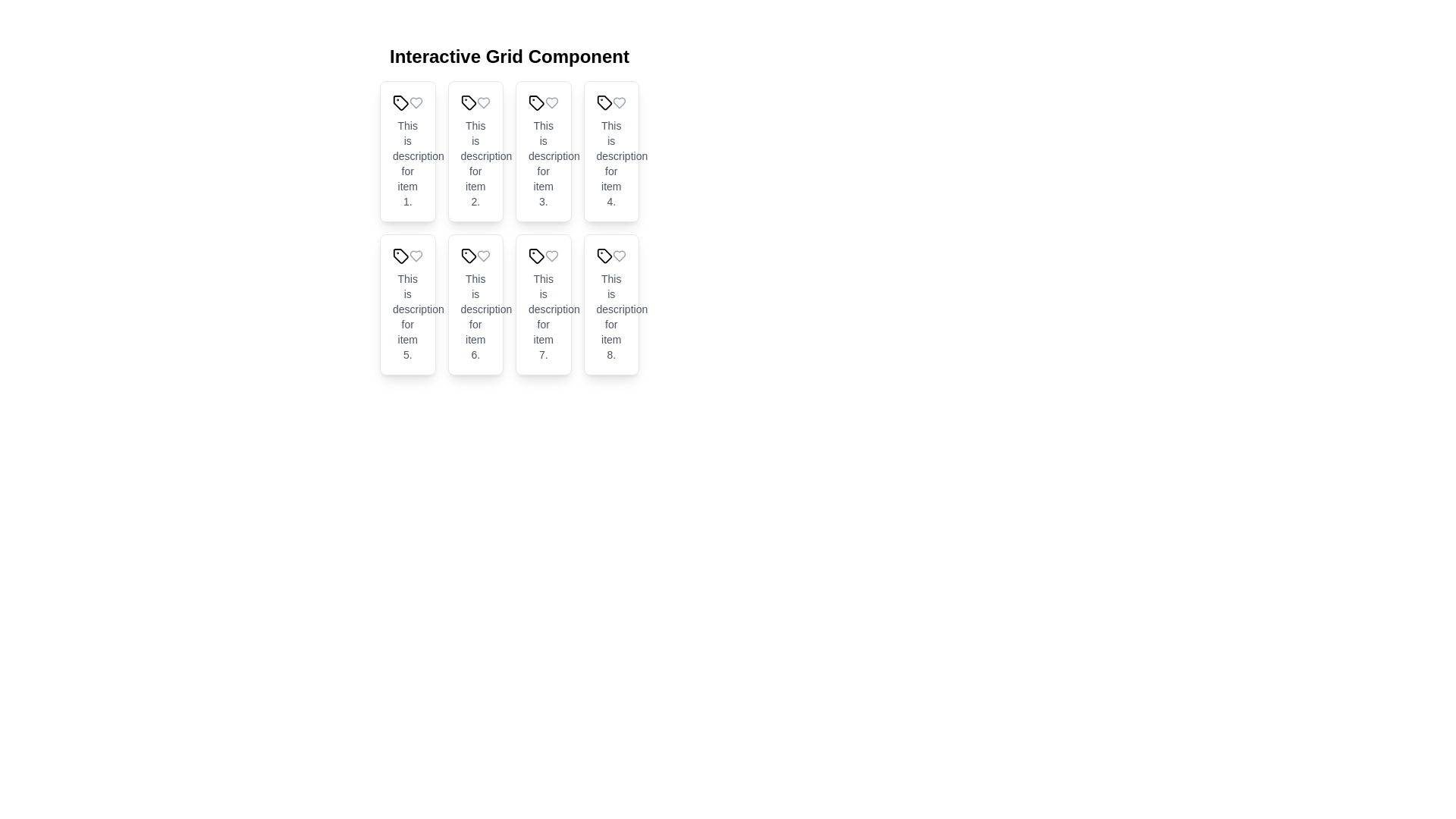 This screenshot has width=1456, height=819. What do you see at coordinates (483, 256) in the screenshot?
I see `the heart-shaped SVG icon with a thin border located in the top-right corner of the sixth grid item in a grid layout` at bounding box center [483, 256].